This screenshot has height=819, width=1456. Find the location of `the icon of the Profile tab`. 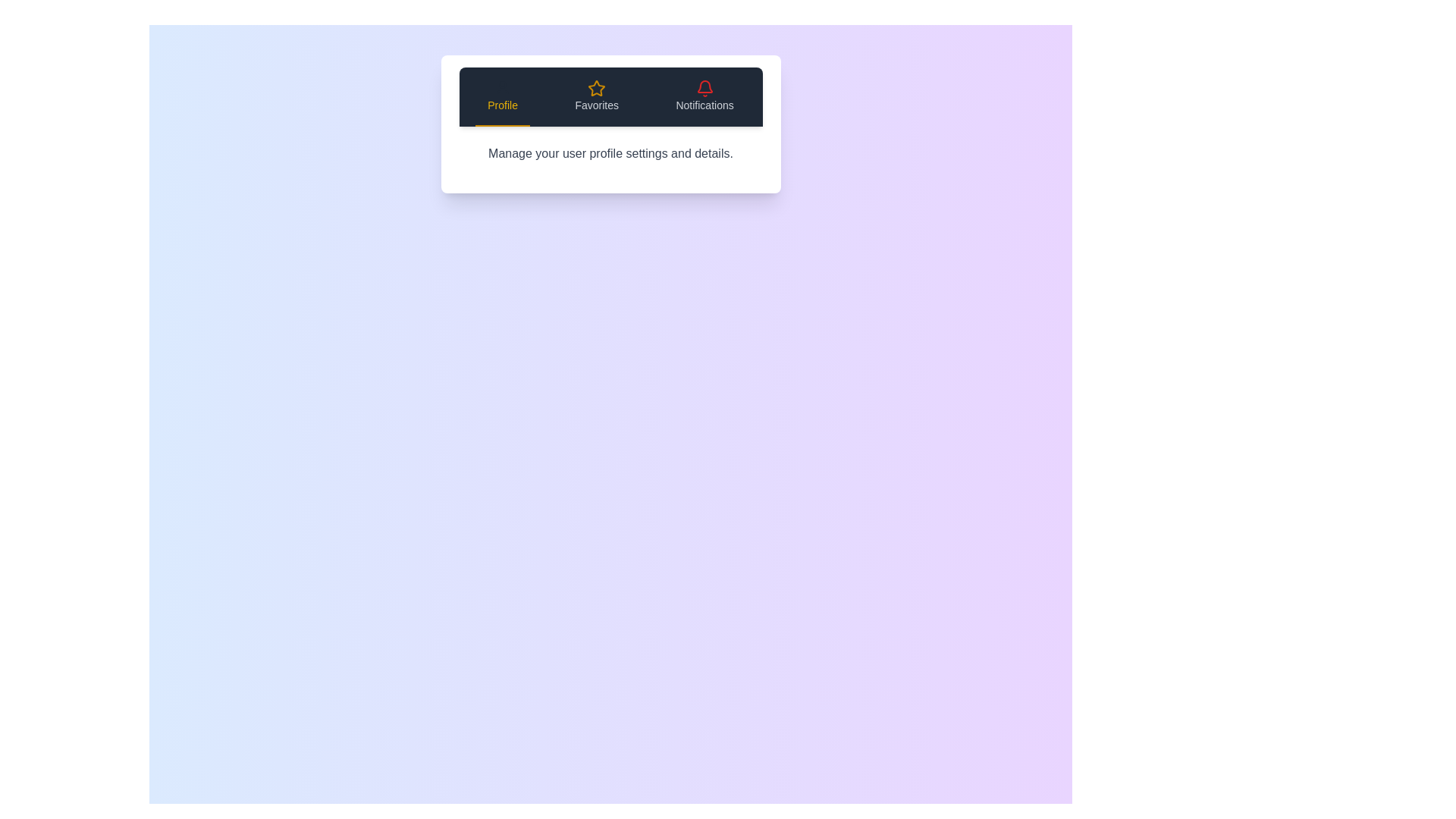

the icon of the Profile tab is located at coordinates (503, 88).